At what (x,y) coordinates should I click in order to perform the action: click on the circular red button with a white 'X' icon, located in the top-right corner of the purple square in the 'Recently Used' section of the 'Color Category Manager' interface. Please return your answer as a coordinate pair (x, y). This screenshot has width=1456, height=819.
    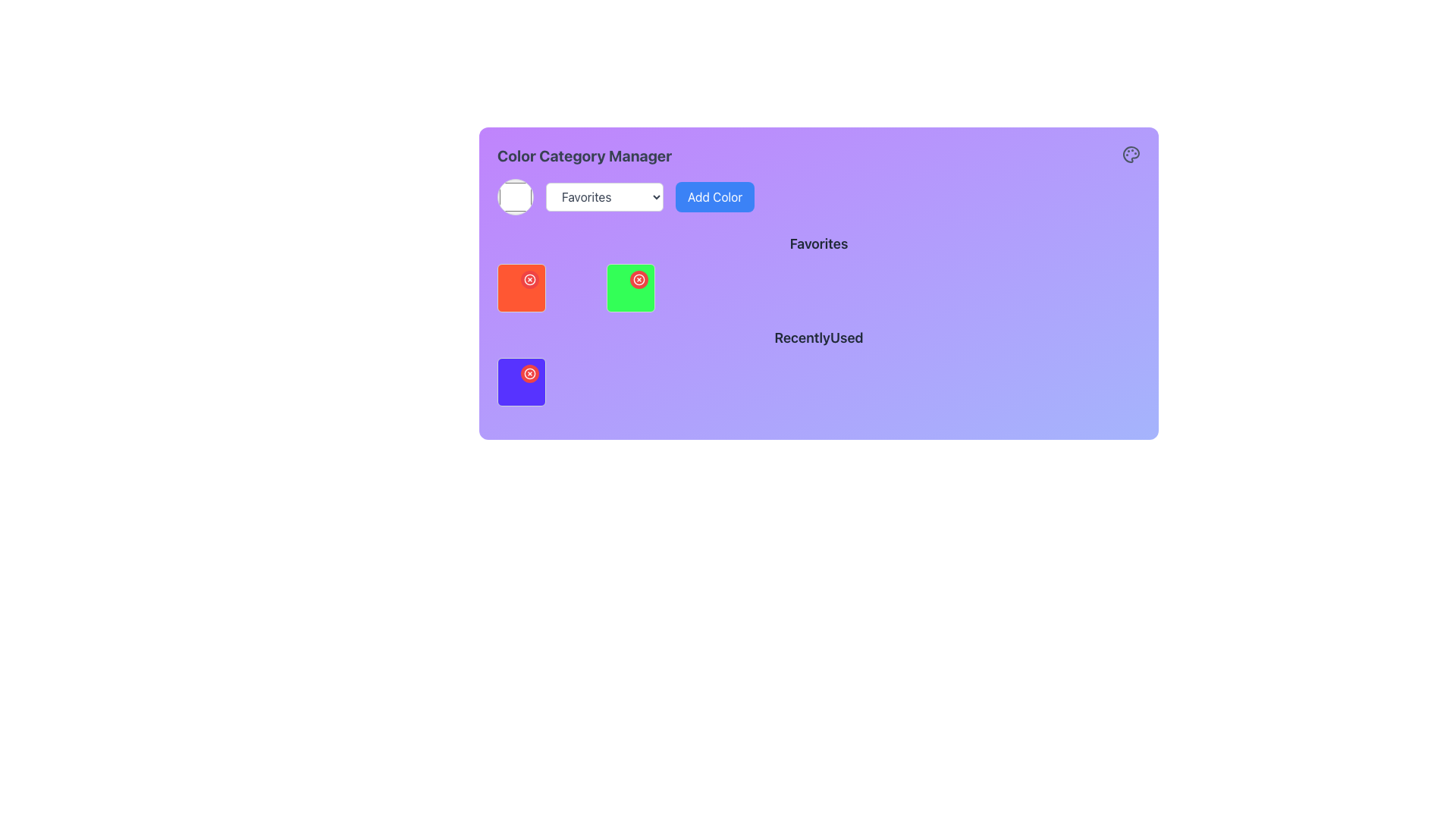
    Looking at the image, I should click on (530, 374).